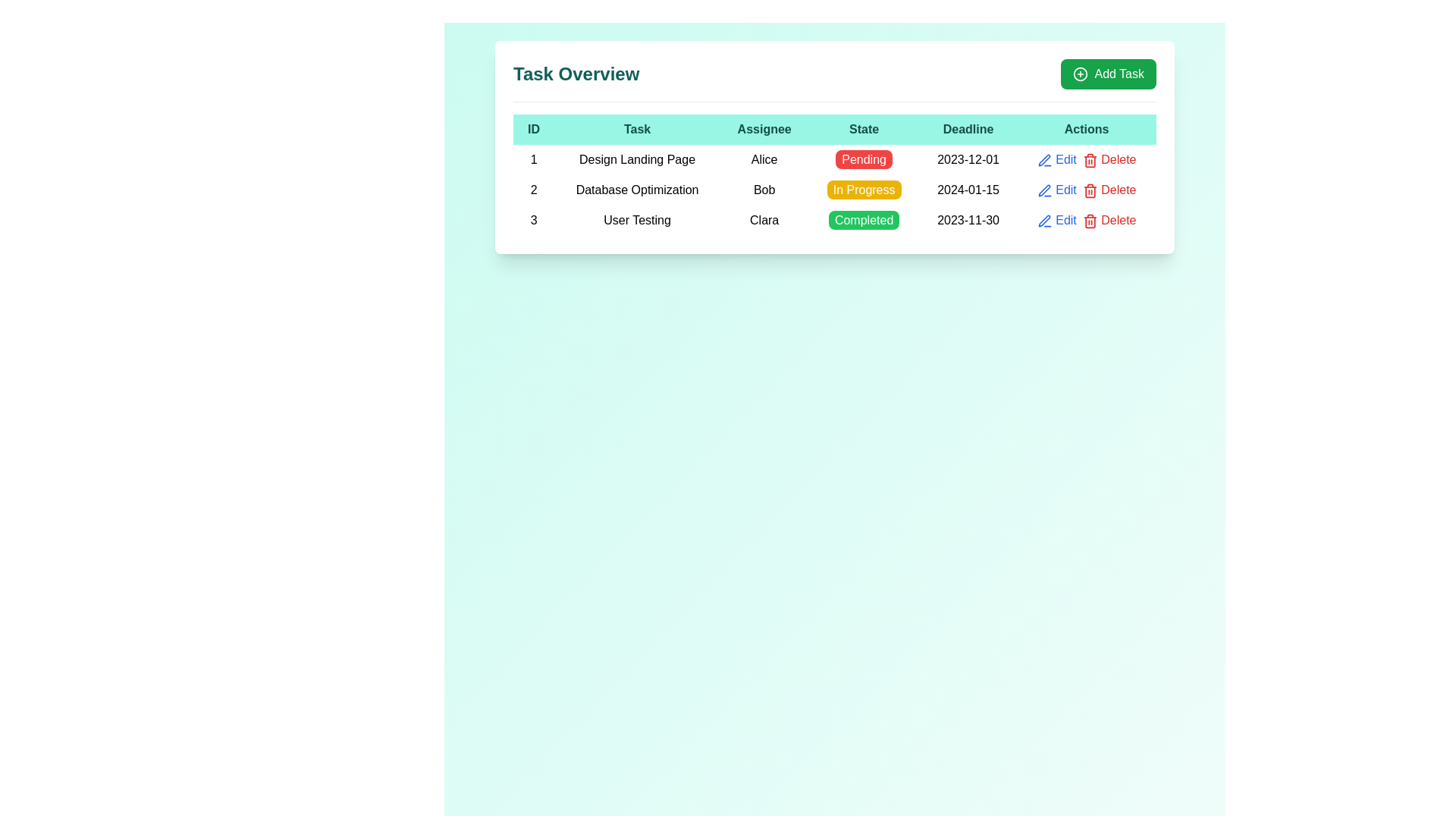 The height and width of the screenshot is (819, 1456). Describe the element at coordinates (576, 74) in the screenshot. I see `the 'Task Overview' heading, which is a prominent text element in bold teal font, located at the top-left of the task management section` at that location.